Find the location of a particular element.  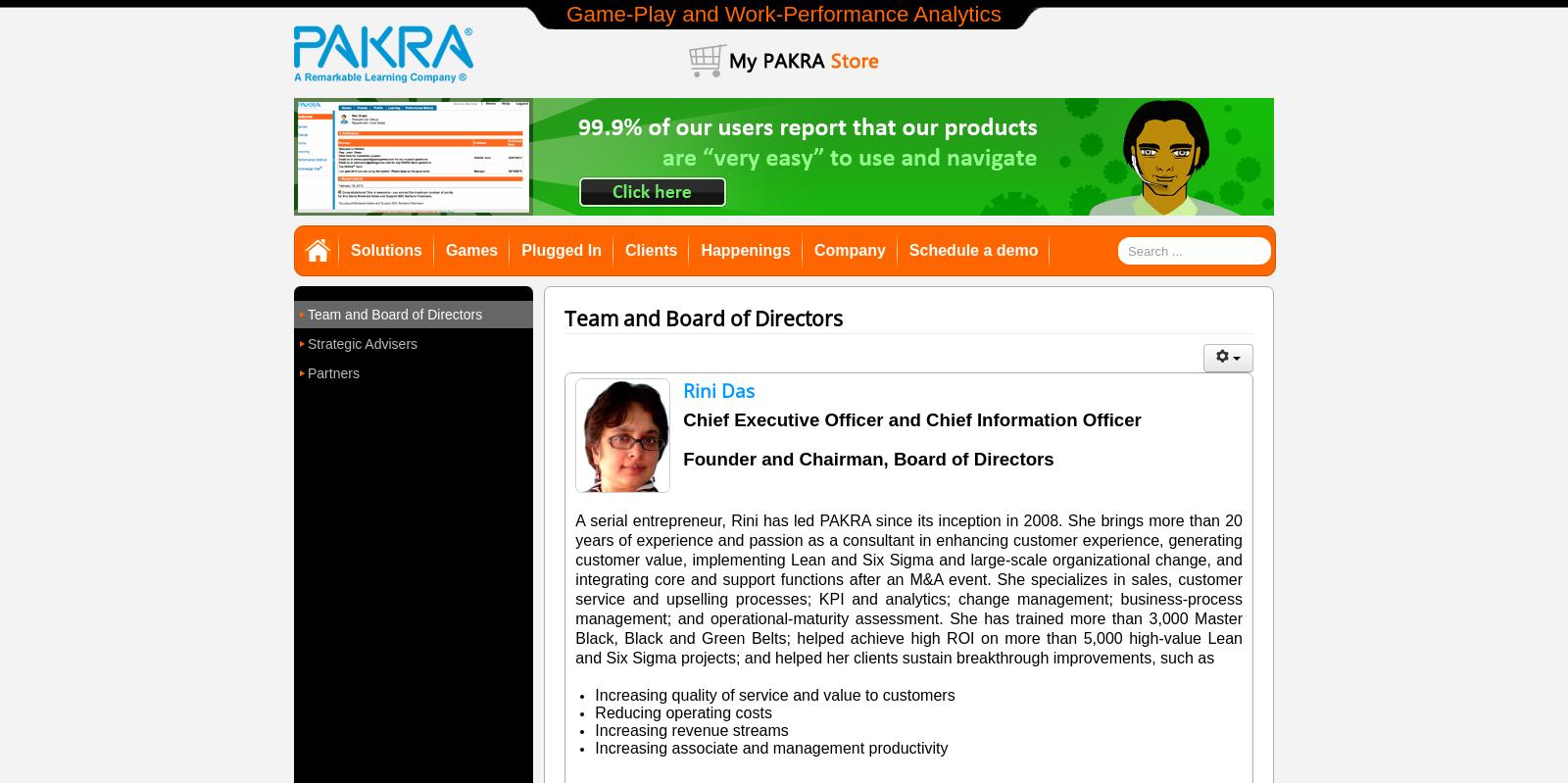

'Increasing revenue streams' is located at coordinates (691, 730).